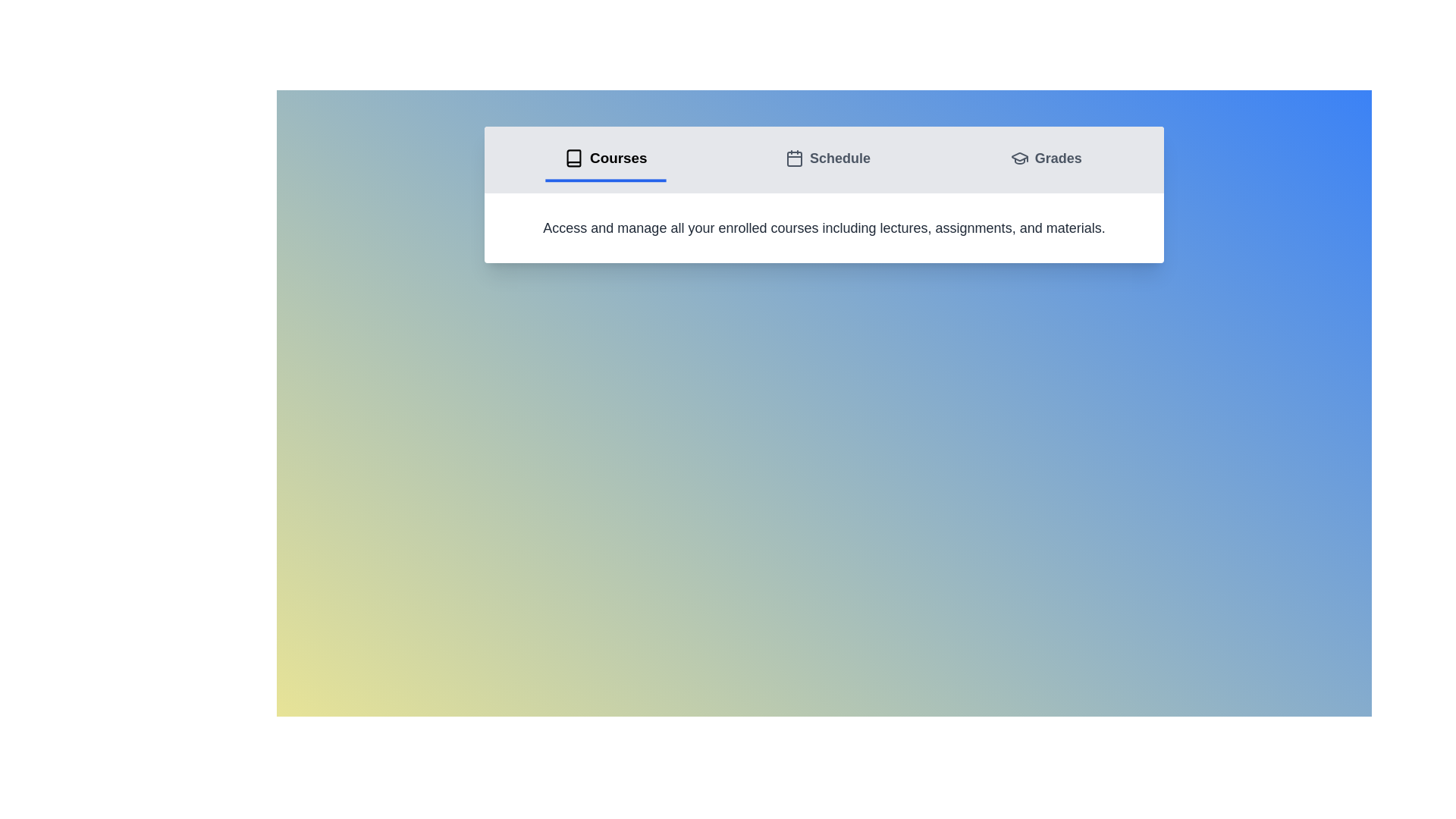  What do you see at coordinates (1044, 160) in the screenshot?
I see `the tab labeled Grades to display its content` at bounding box center [1044, 160].